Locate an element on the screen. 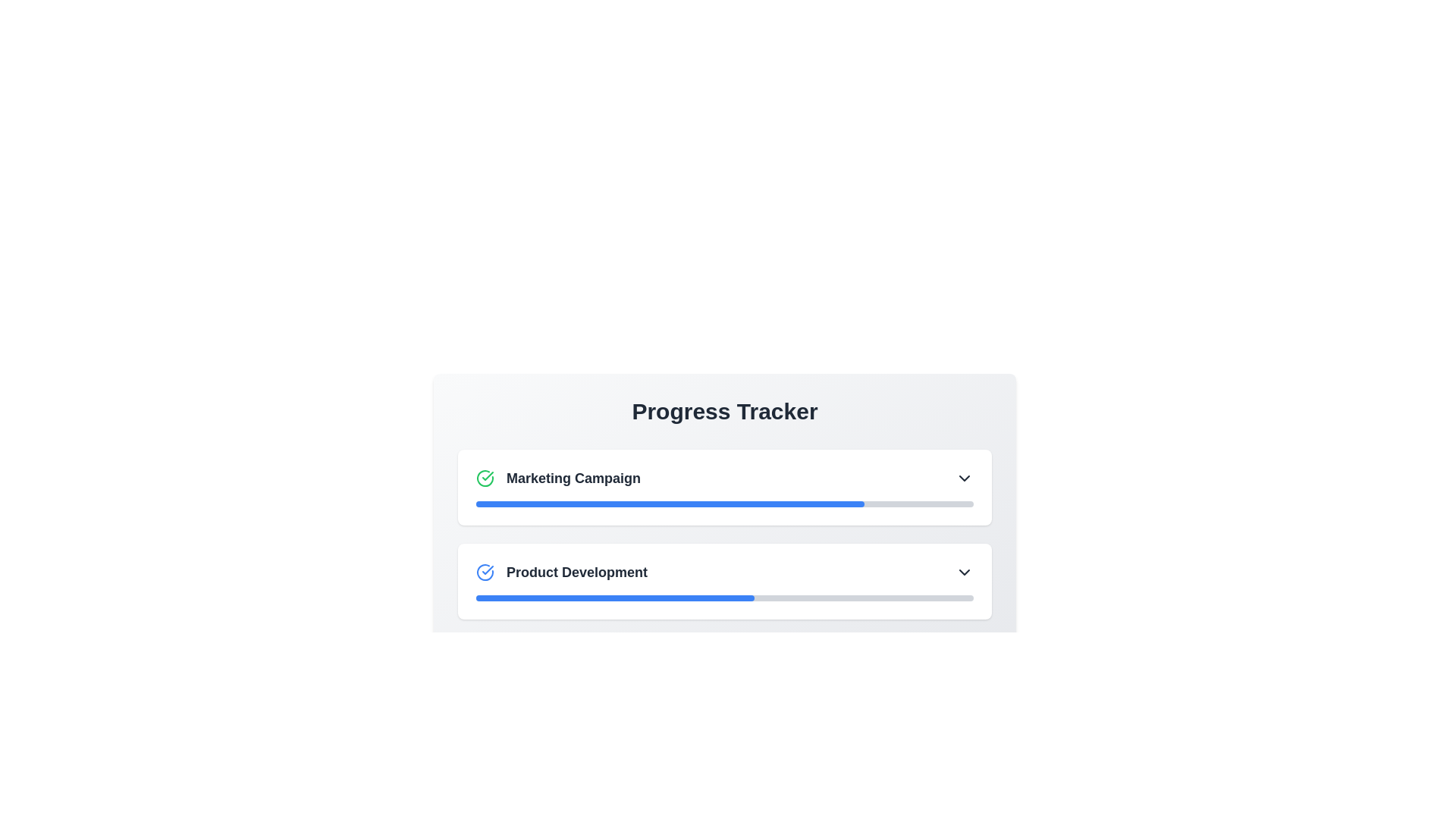 This screenshot has height=819, width=1456. the progress representation of the horizontal progress bar in the 'Product Development' section under 'Progress Tracker', which shows 56% completion is located at coordinates (723, 598).